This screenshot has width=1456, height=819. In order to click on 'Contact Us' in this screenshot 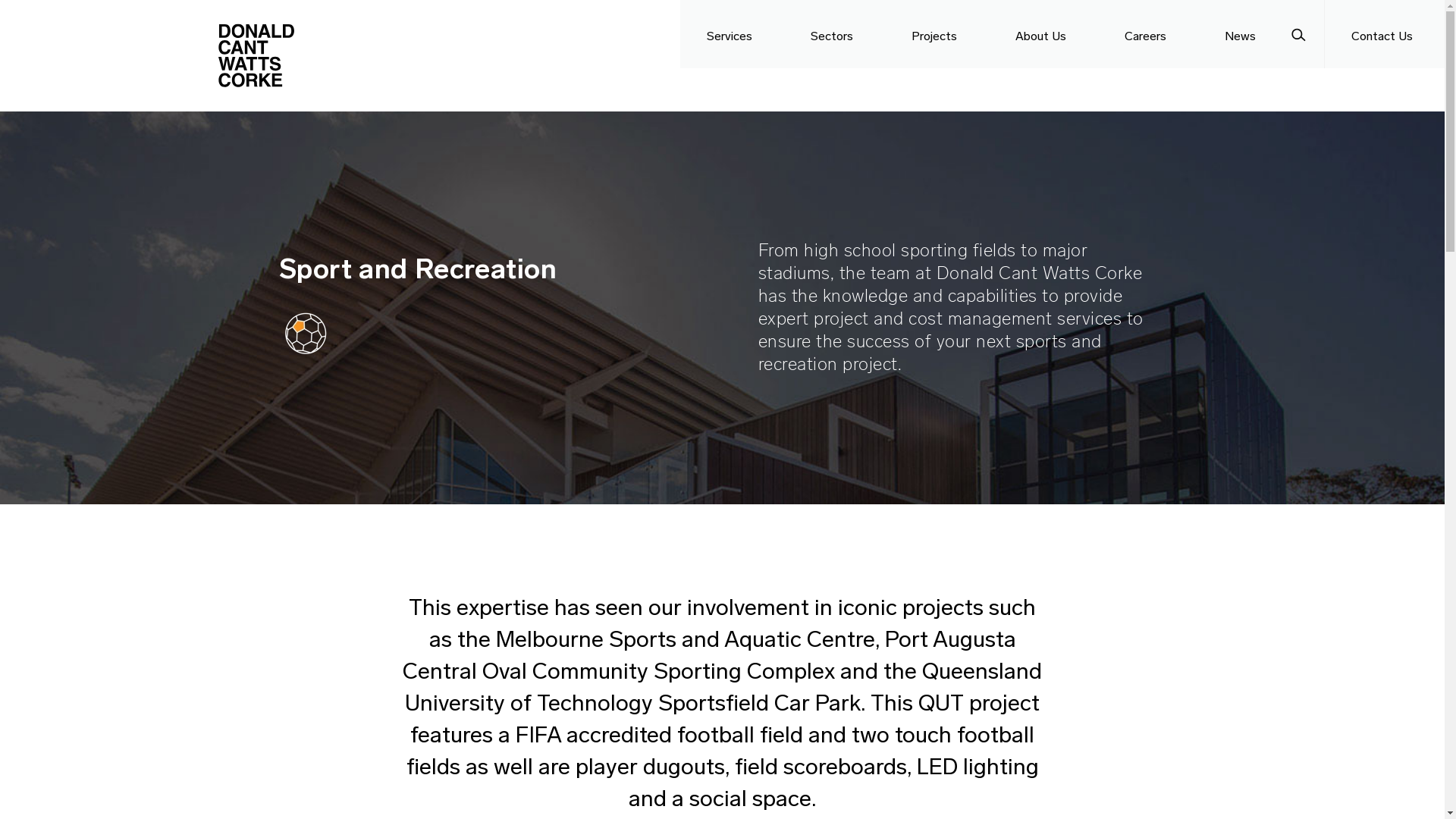, I will do `click(1384, 34)`.